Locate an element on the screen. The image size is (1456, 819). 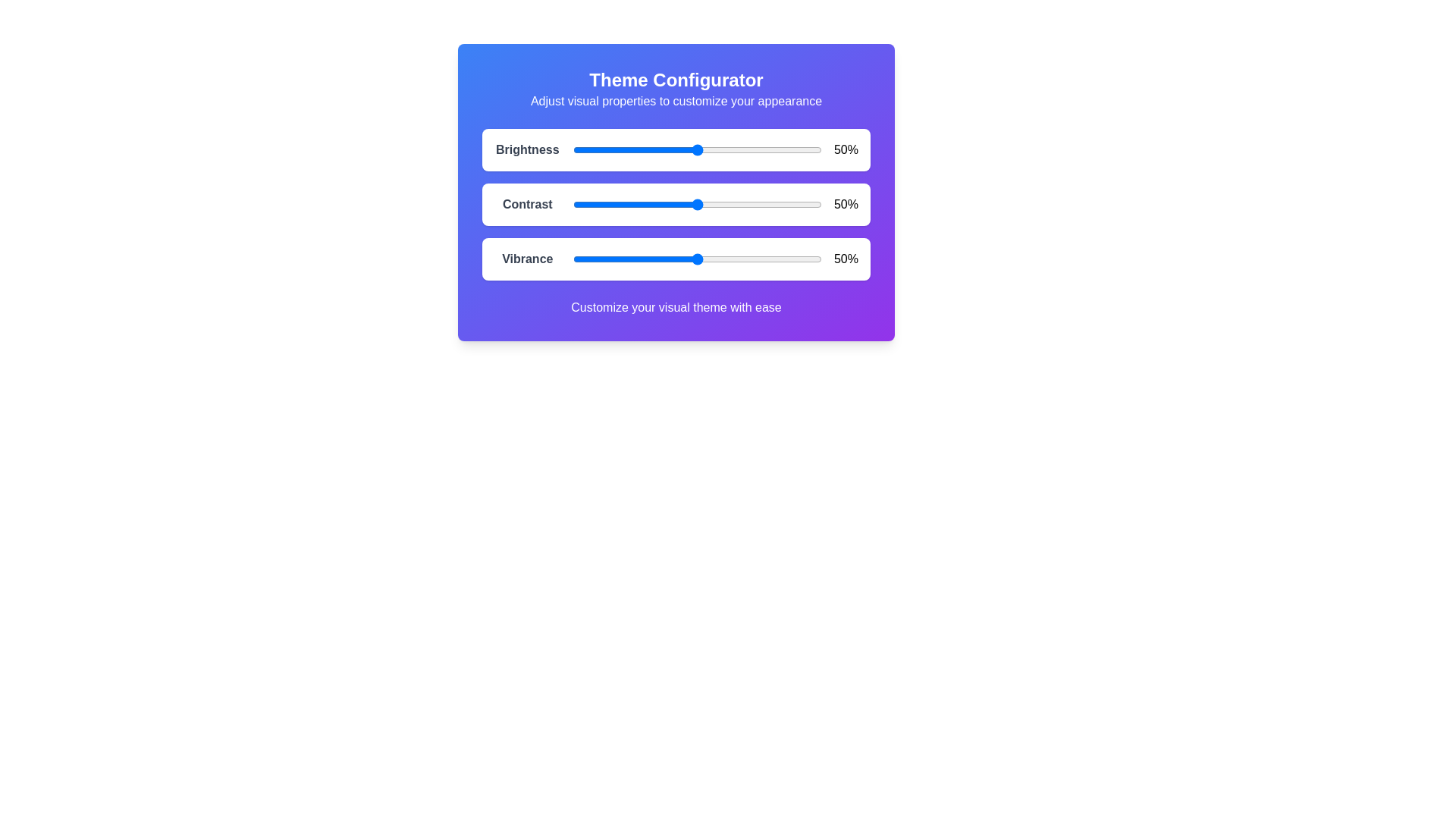
the vibrance slider to 54% is located at coordinates (706, 259).